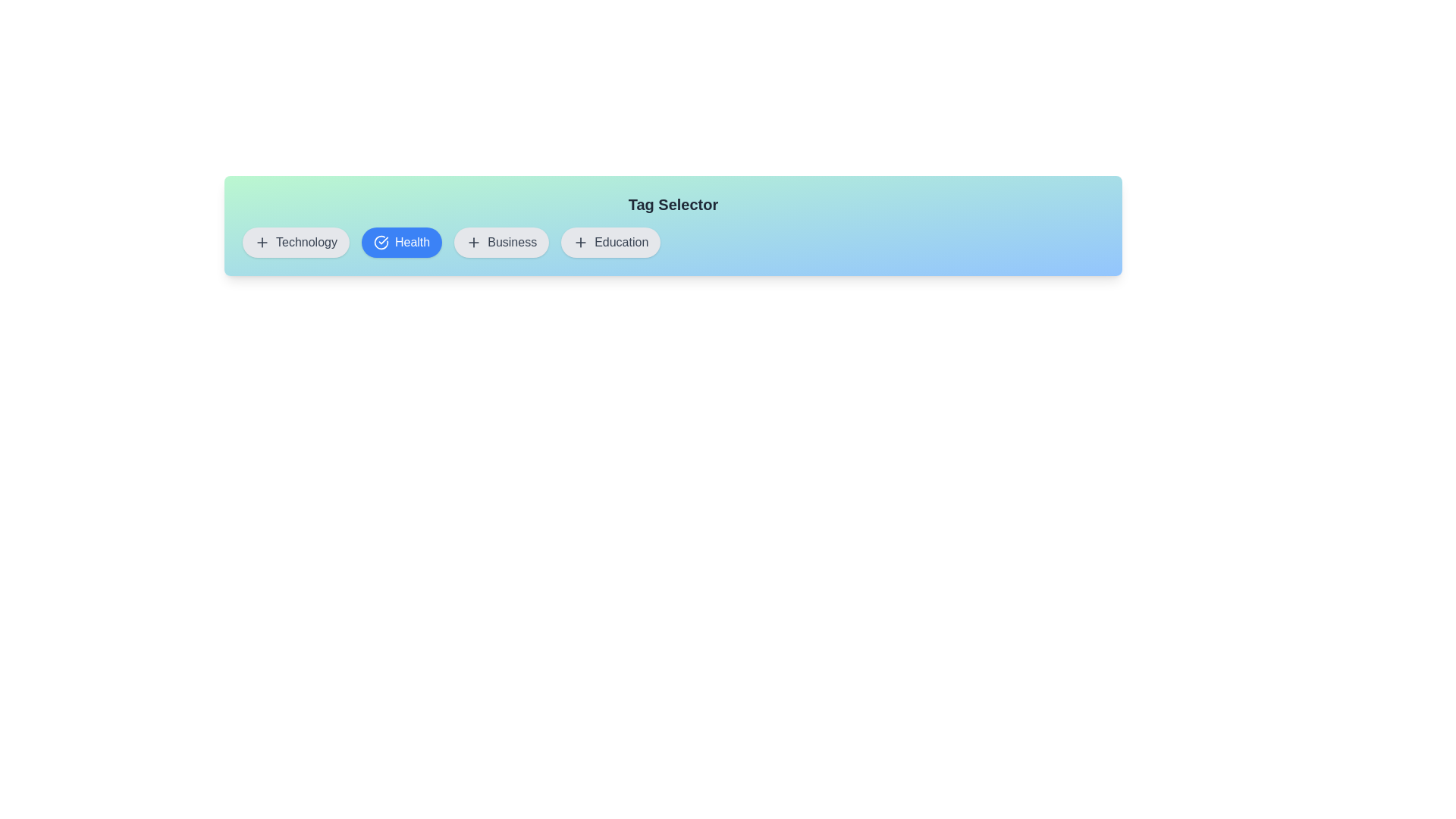 The width and height of the screenshot is (1456, 819). I want to click on the tag Business by clicking on it, so click(501, 242).